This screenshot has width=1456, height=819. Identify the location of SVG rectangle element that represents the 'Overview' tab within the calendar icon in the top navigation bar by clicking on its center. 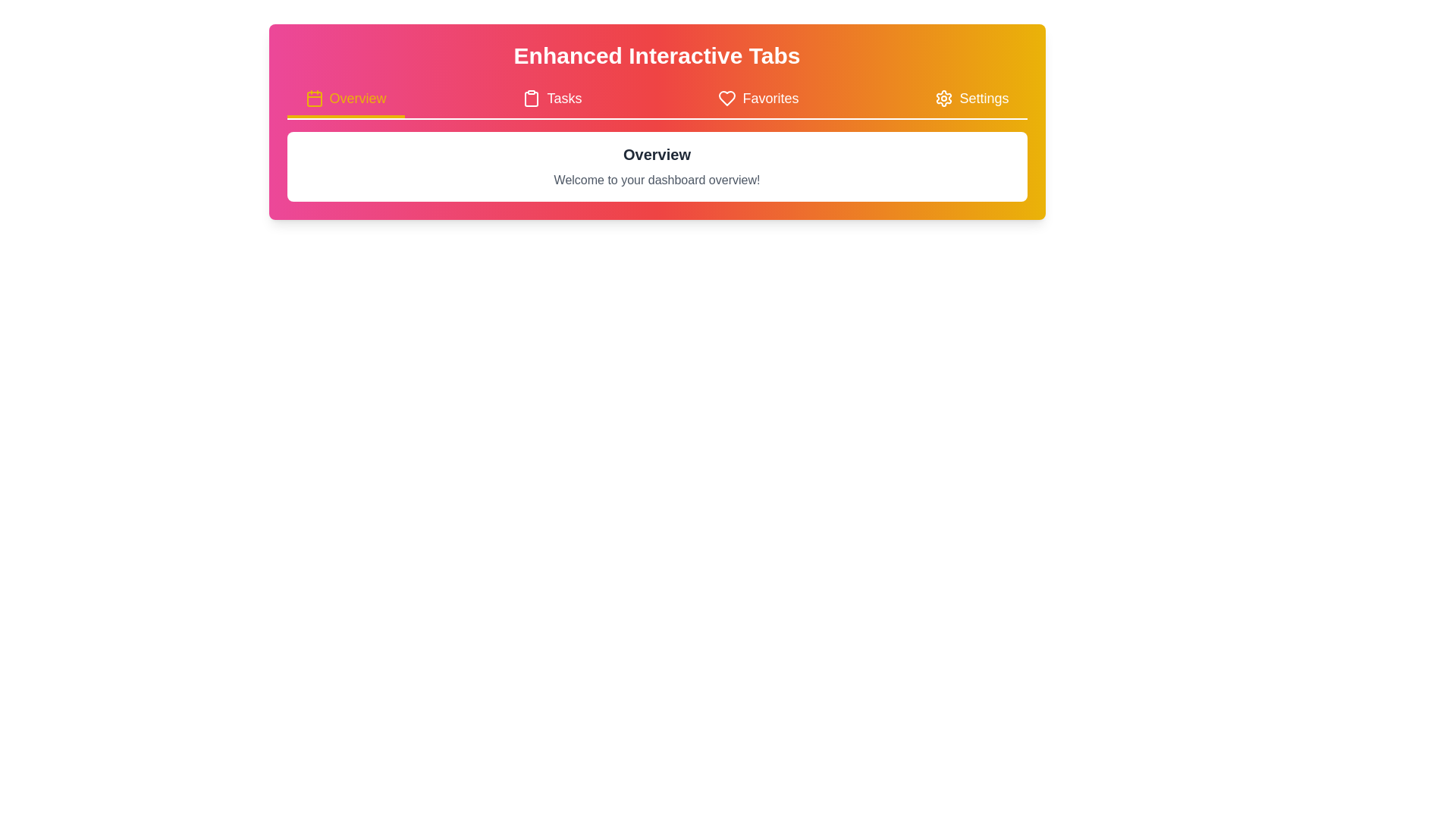
(313, 99).